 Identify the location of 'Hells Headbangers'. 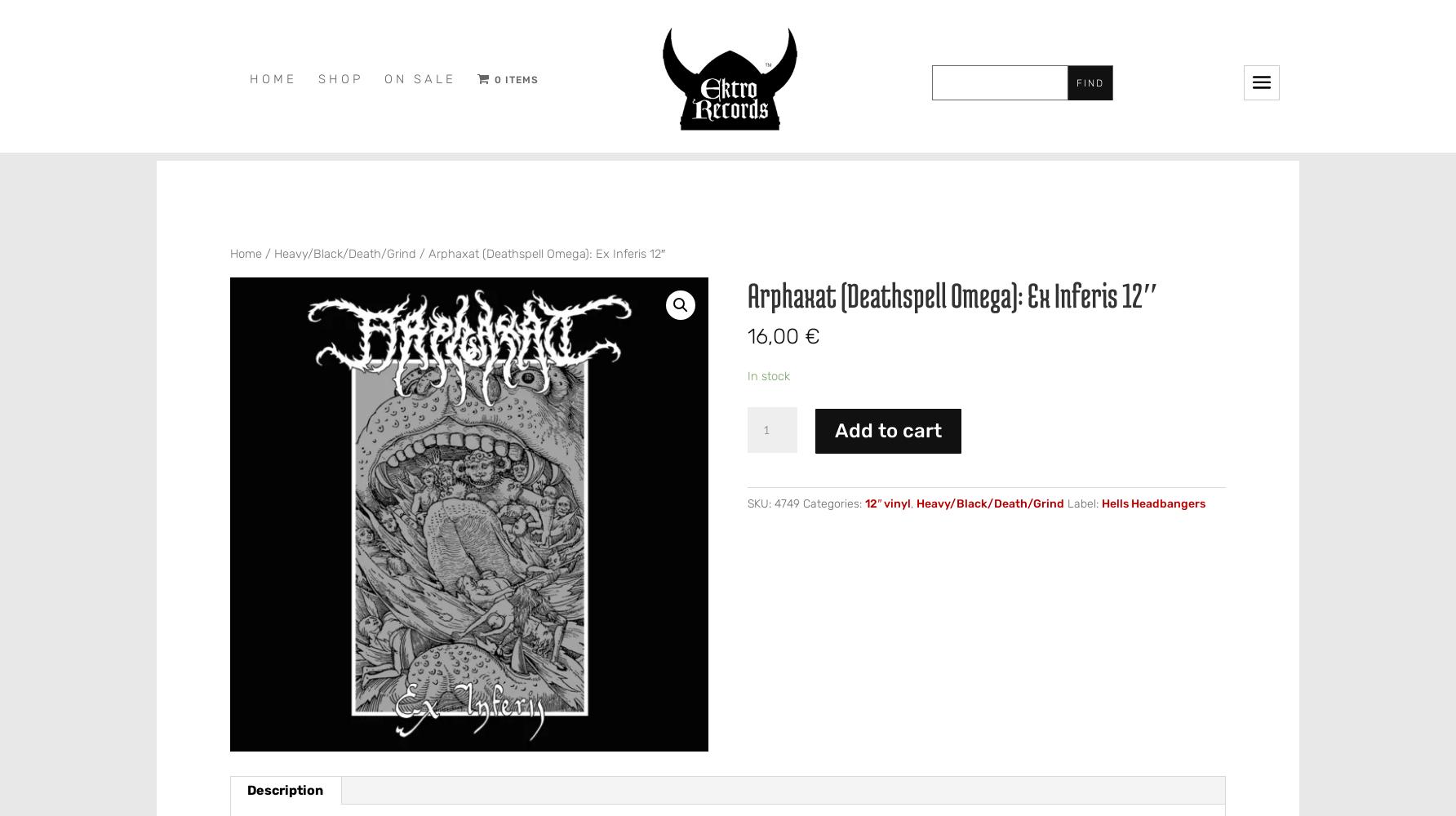
(1153, 503).